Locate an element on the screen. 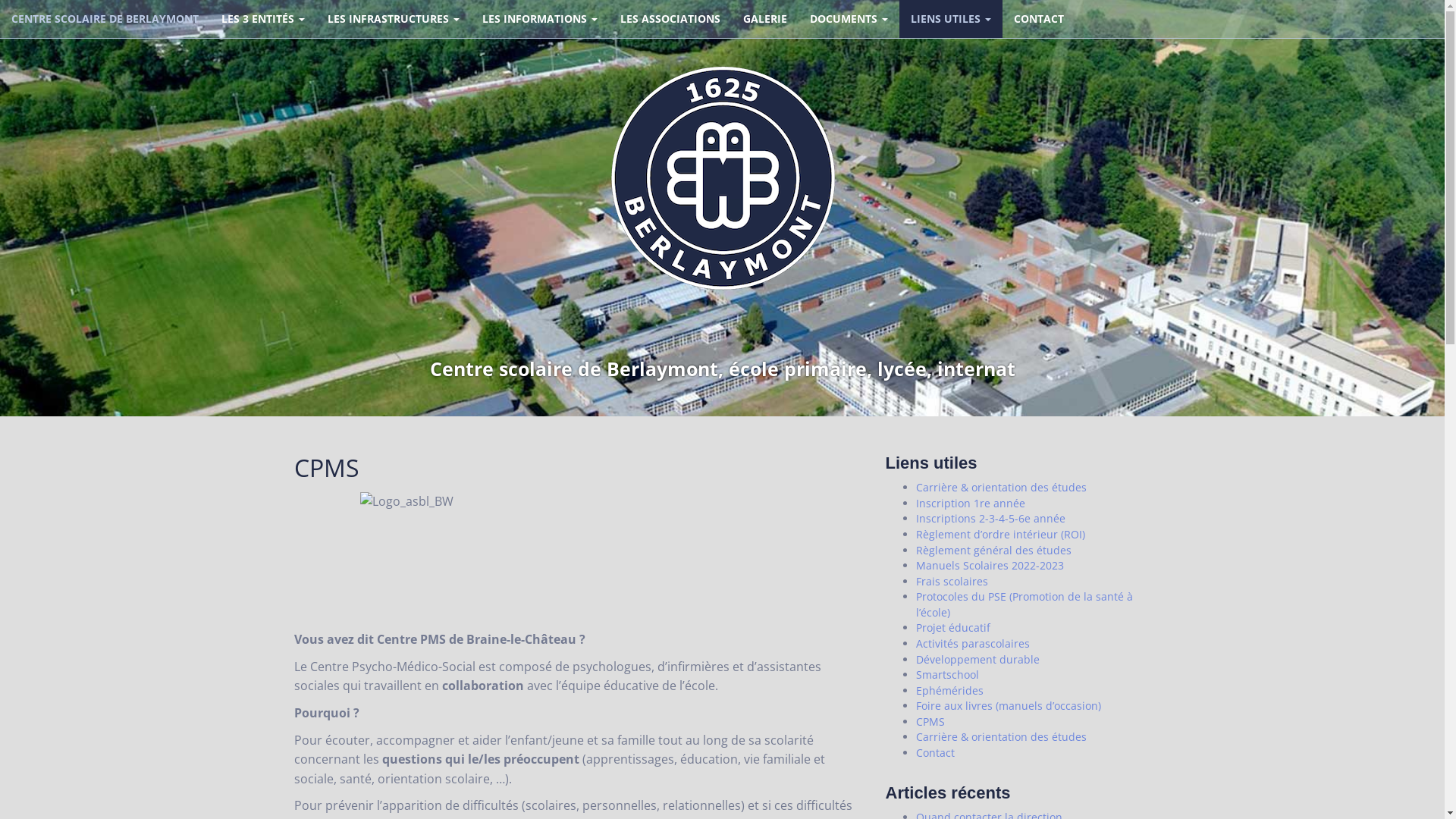 This screenshot has height=819, width=1456. 'Smartschool' is located at coordinates (946, 673).